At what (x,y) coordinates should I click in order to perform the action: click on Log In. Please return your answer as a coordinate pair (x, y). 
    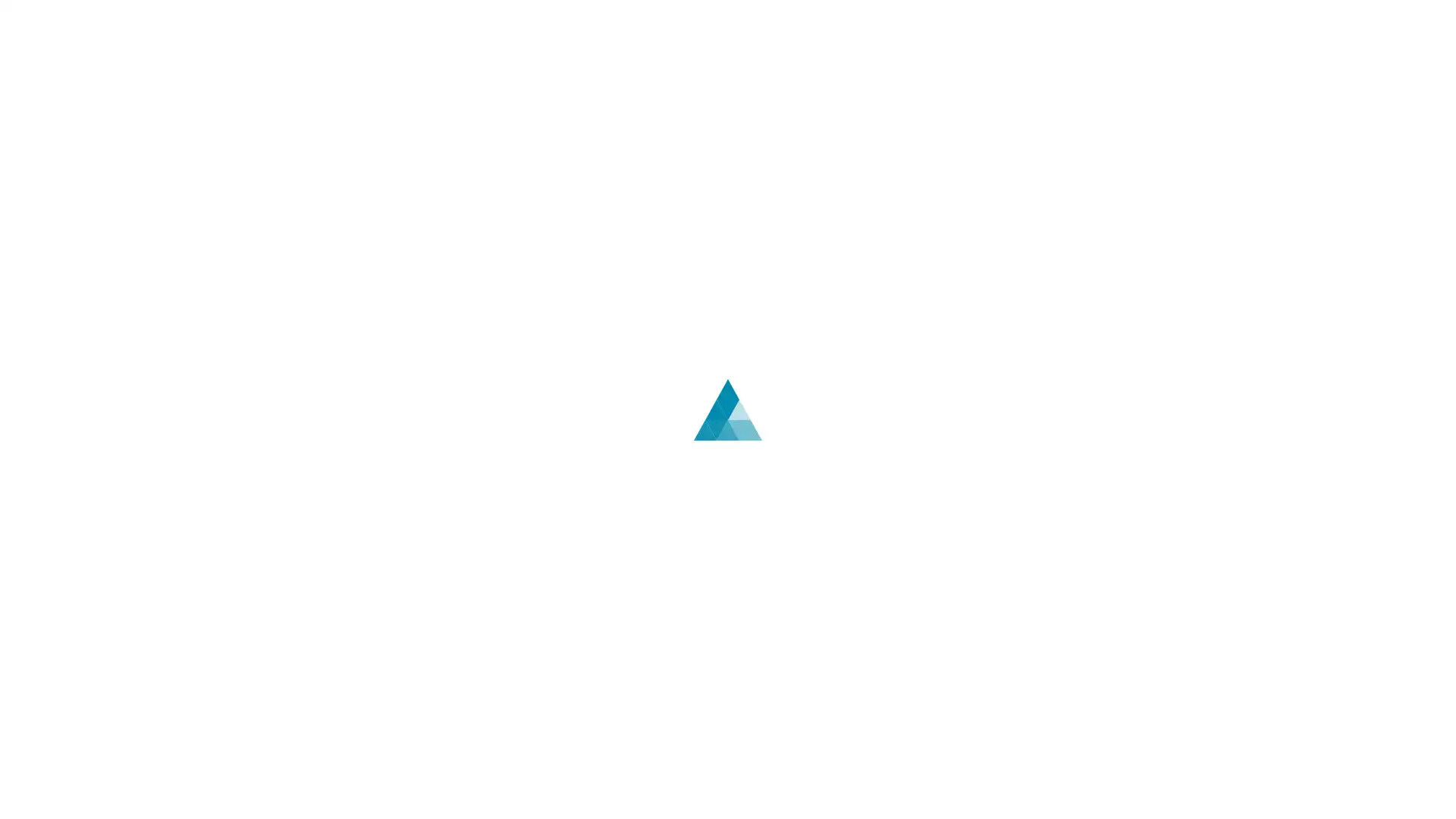
    Looking at the image, I should click on (579, 500).